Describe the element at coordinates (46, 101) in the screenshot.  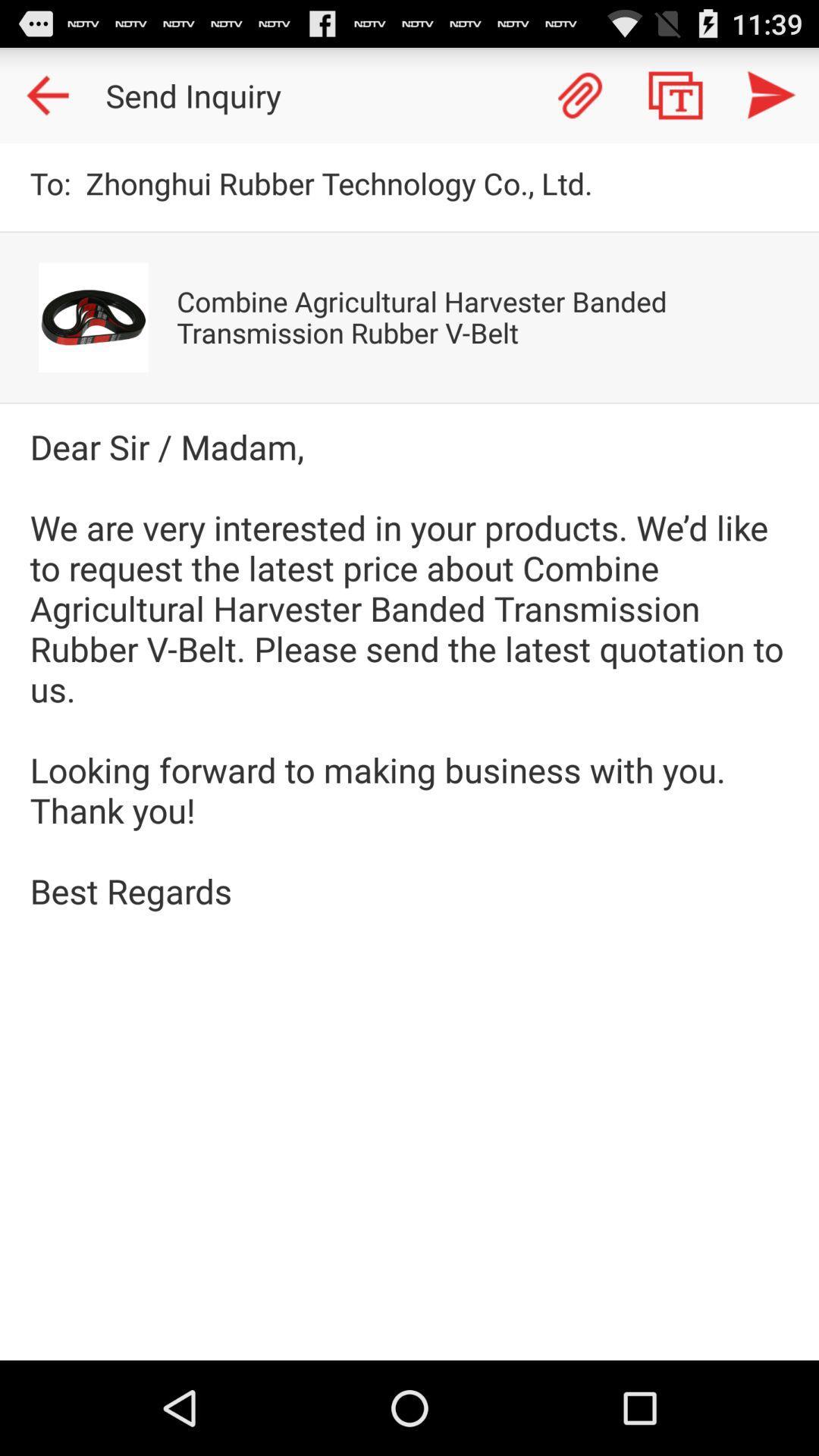
I see `the arrow_backward icon` at that location.